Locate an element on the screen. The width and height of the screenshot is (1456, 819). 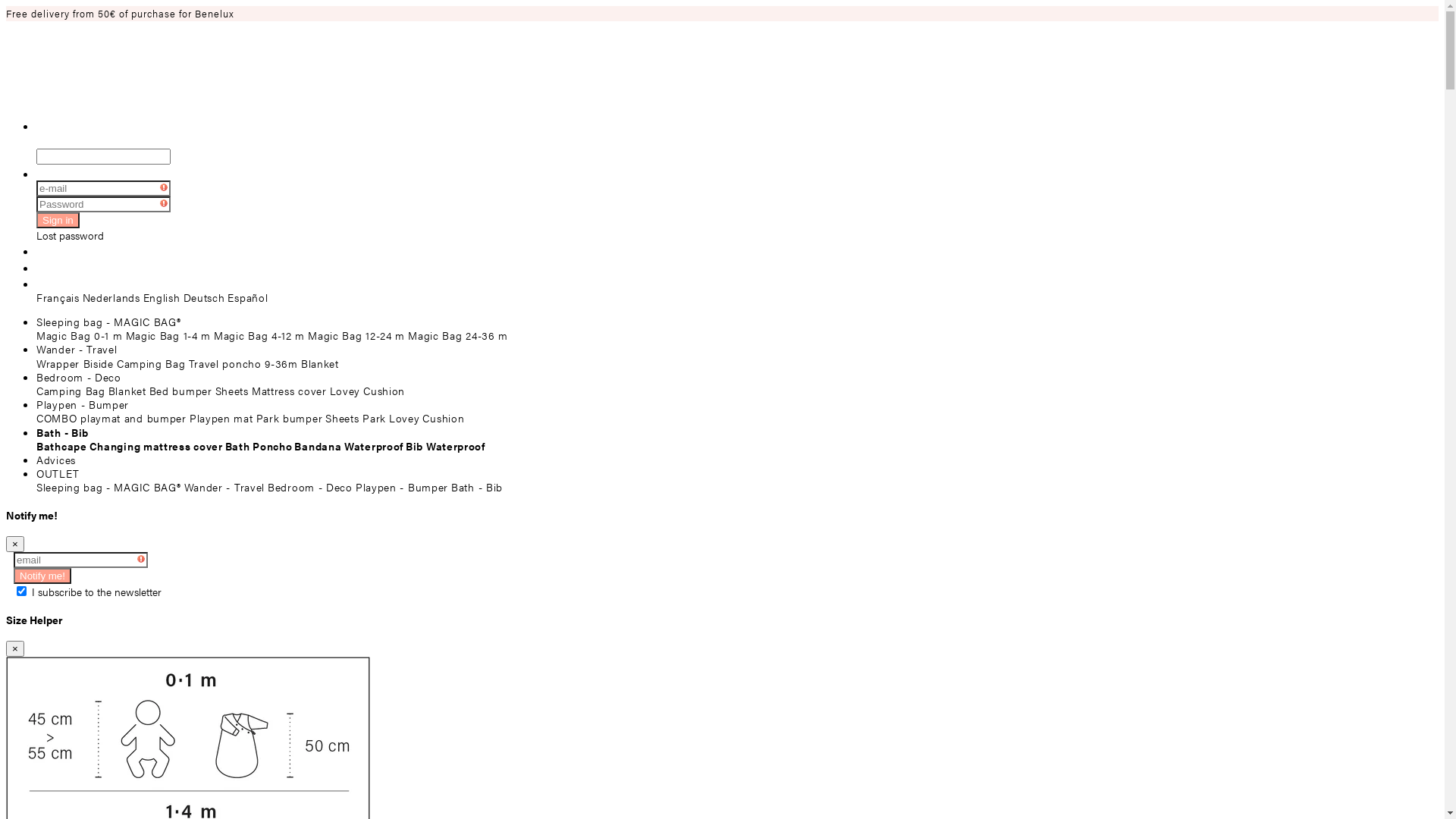
'Park bumper' is located at coordinates (290, 418).